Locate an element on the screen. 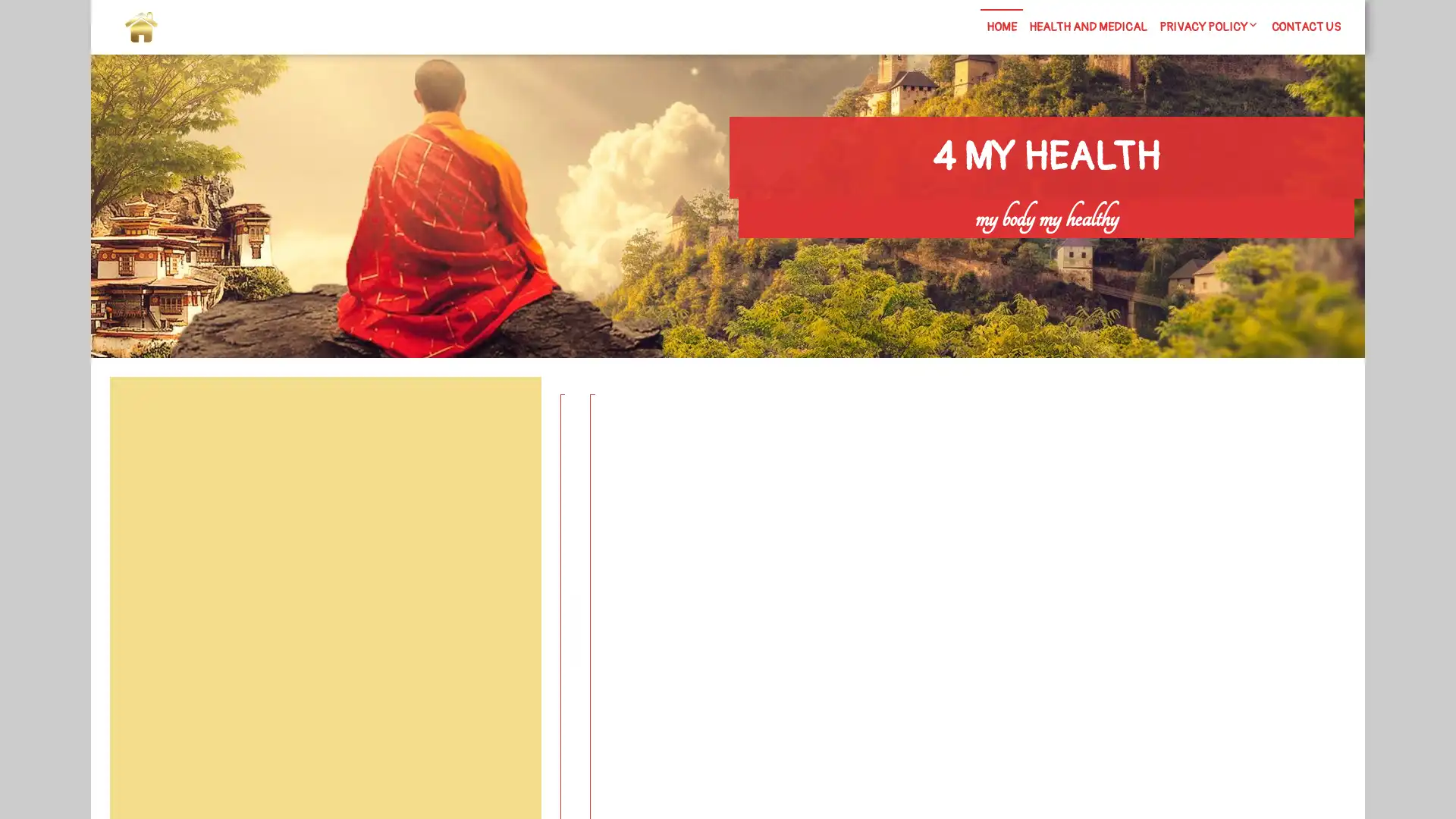  Search is located at coordinates (506, 413).